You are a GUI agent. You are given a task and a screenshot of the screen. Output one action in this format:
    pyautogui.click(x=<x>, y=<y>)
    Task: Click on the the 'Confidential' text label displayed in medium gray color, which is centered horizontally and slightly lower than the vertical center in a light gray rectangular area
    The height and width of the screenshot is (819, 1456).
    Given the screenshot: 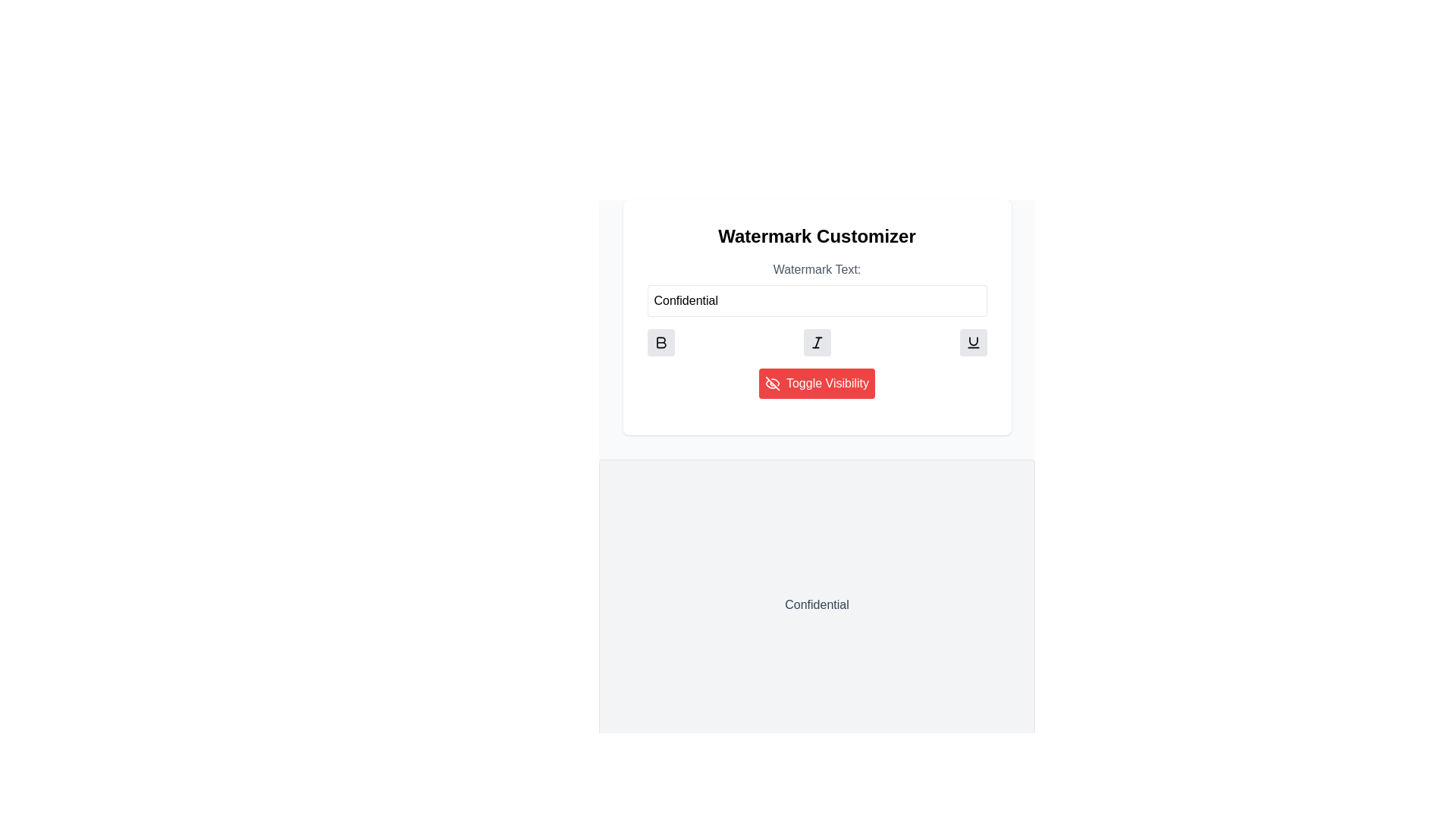 What is the action you would take?
    pyautogui.click(x=816, y=604)
    